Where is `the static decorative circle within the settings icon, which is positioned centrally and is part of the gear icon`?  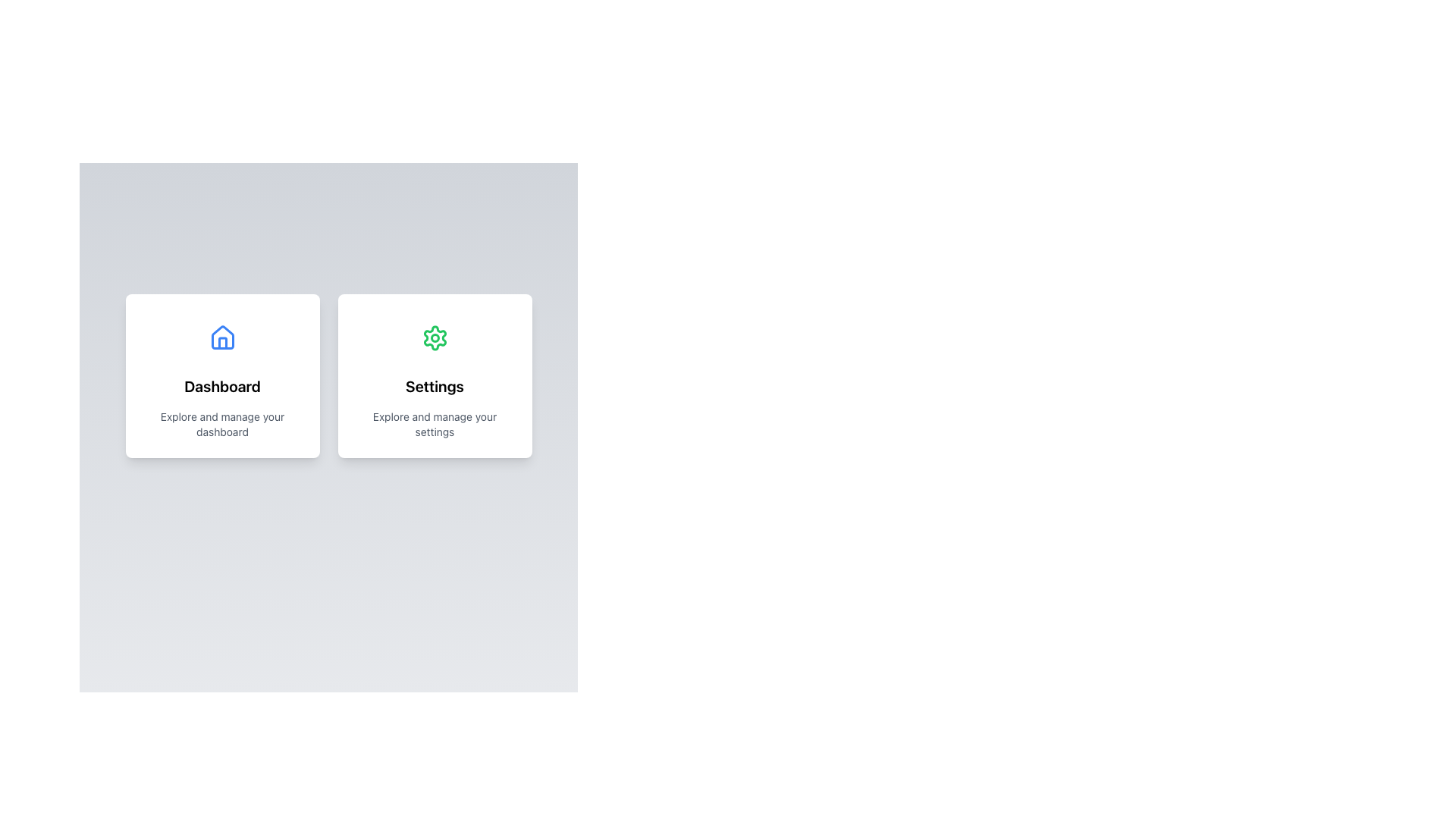 the static decorative circle within the settings icon, which is positioned centrally and is part of the gear icon is located at coordinates (434, 337).